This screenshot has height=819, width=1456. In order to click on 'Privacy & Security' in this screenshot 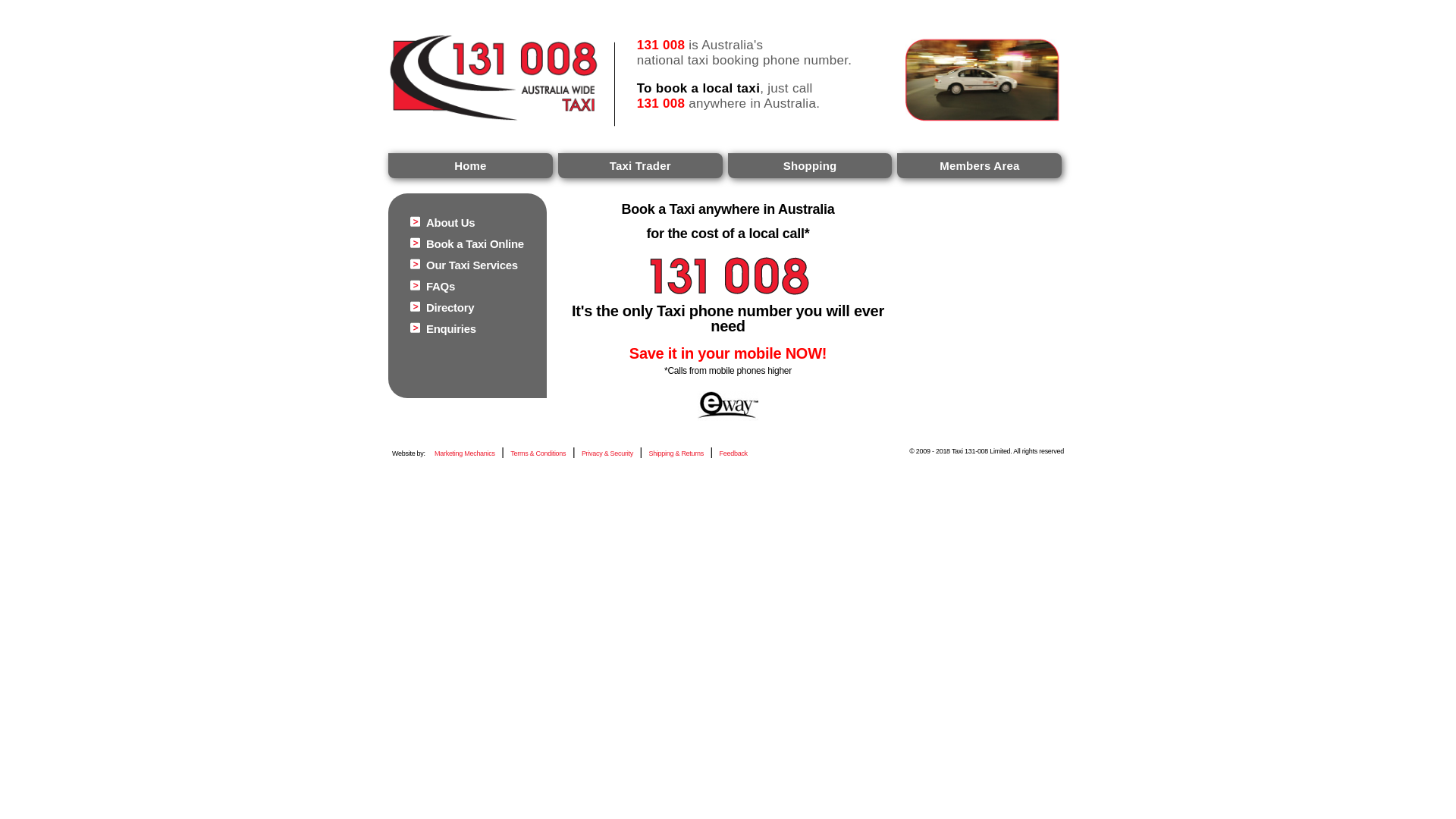, I will do `click(607, 452)`.